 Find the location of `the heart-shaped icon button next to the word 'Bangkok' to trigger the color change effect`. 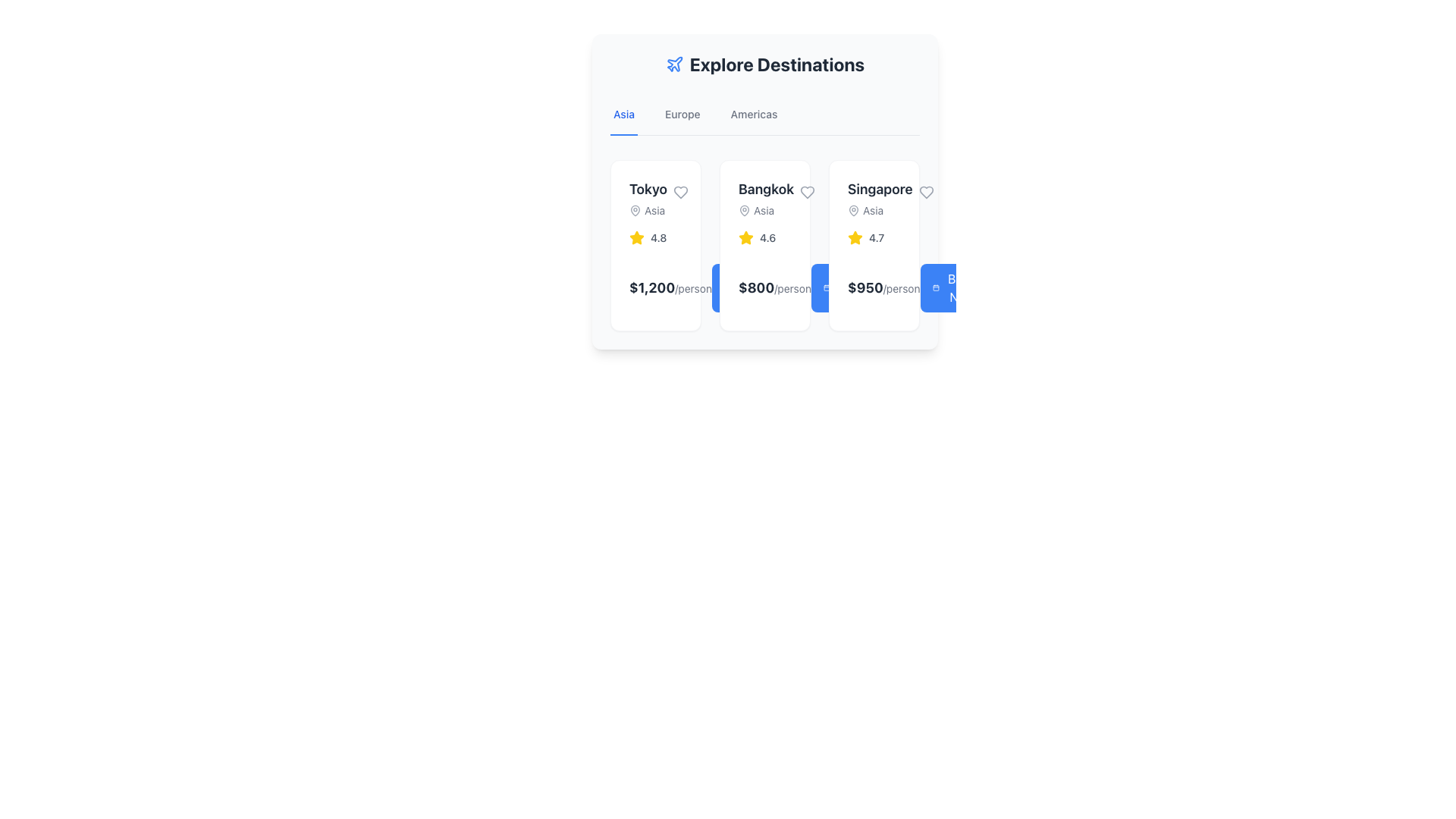

the heart-shaped icon button next to the word 'Bangkok' to trigger the color change effect is located at coordinates (807, 192).